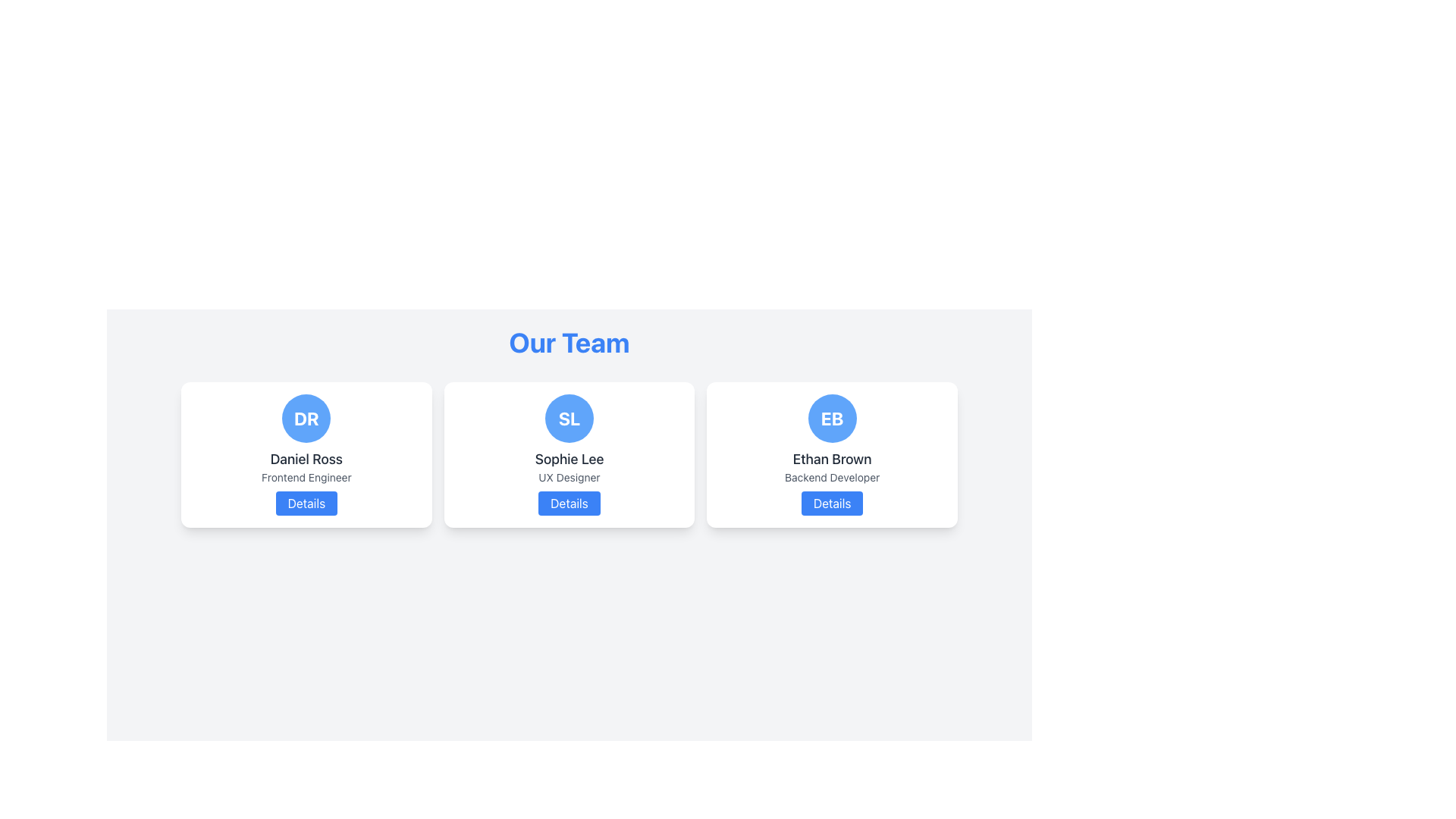 This screenshot has height=819, width=1456. I want to click on the button located within the card displaying details for 'Ethan Brown', the 'Backend Developer', so click(831, 503).